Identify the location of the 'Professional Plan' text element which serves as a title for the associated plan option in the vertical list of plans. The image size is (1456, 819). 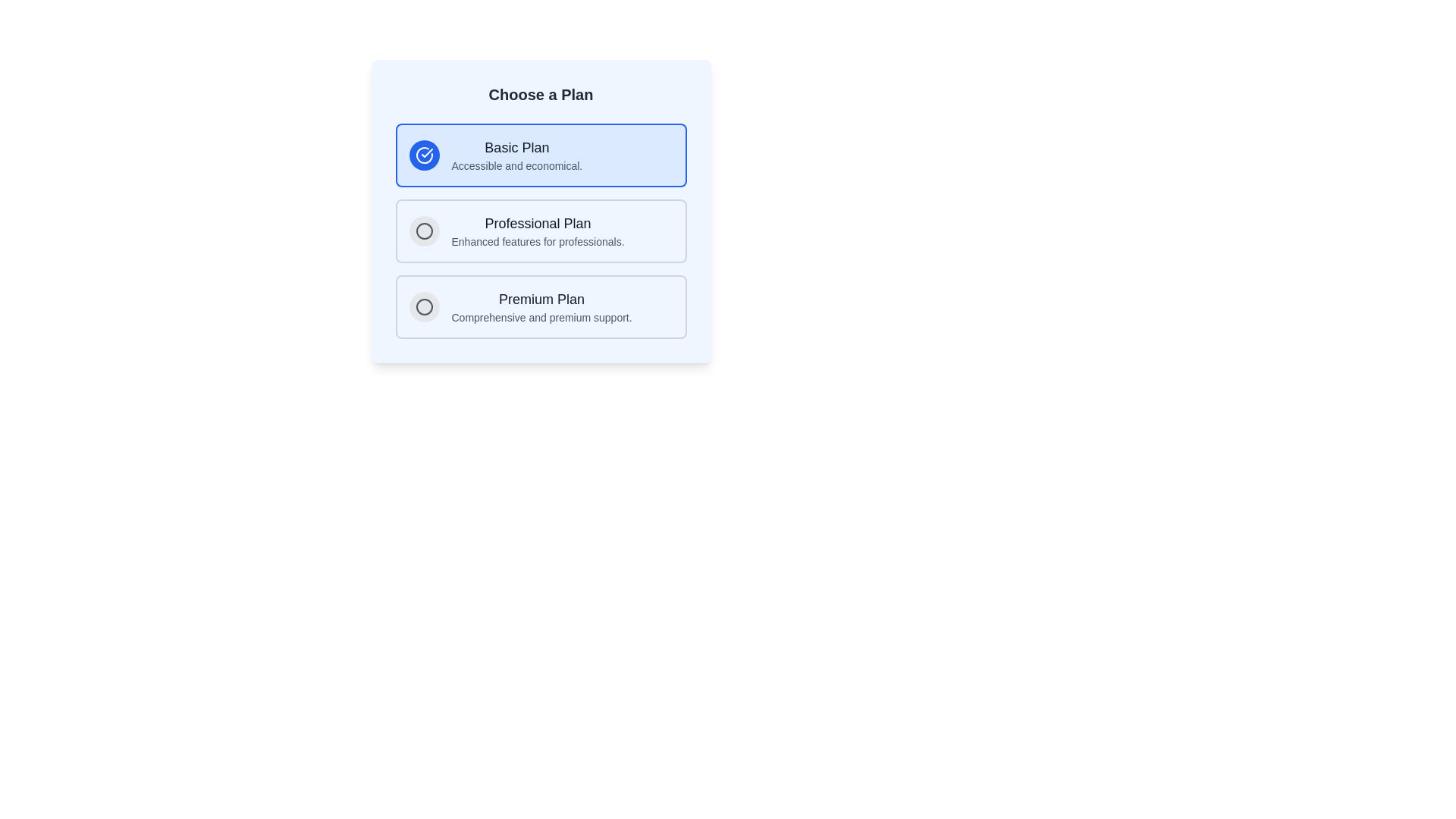
(538, 223).